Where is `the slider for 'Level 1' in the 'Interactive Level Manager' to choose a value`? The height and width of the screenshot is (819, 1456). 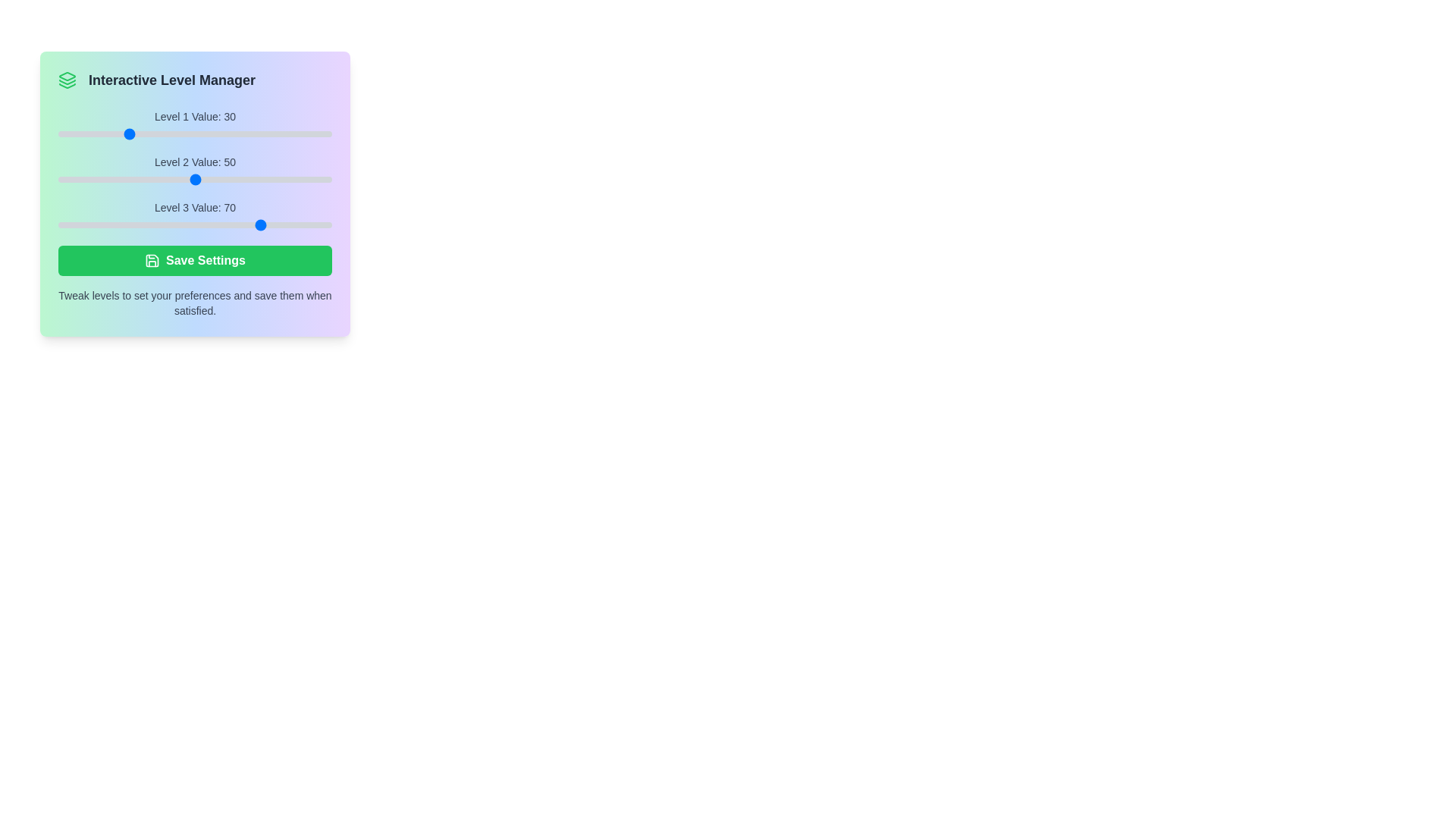
the slider for 'Level 1' in the 'Interactive Level Manager' to choose a value is located at coordinates (194, 124).